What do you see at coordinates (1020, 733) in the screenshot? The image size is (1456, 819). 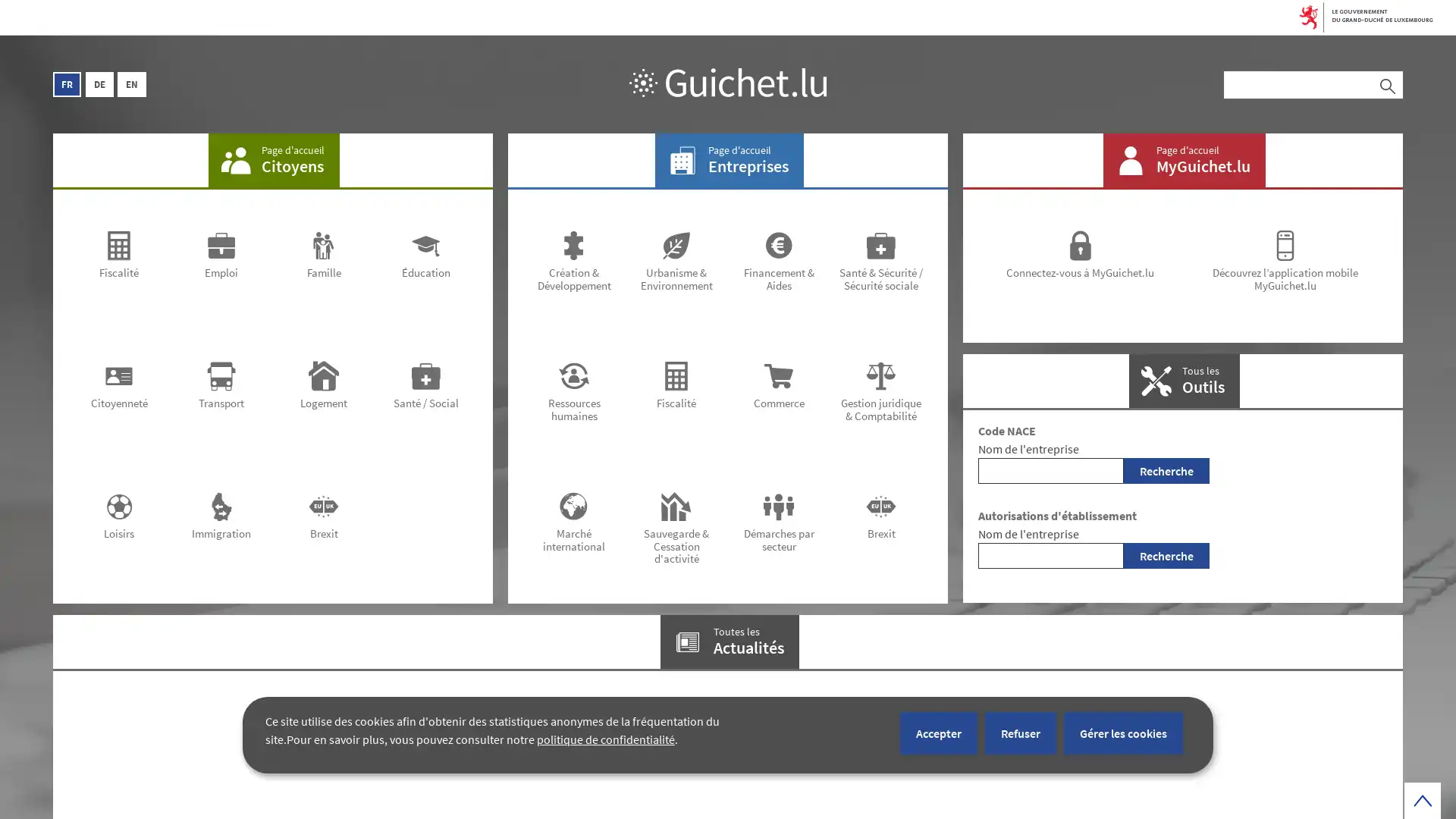 I see `Refuser` at bounding box center [1020, 733].